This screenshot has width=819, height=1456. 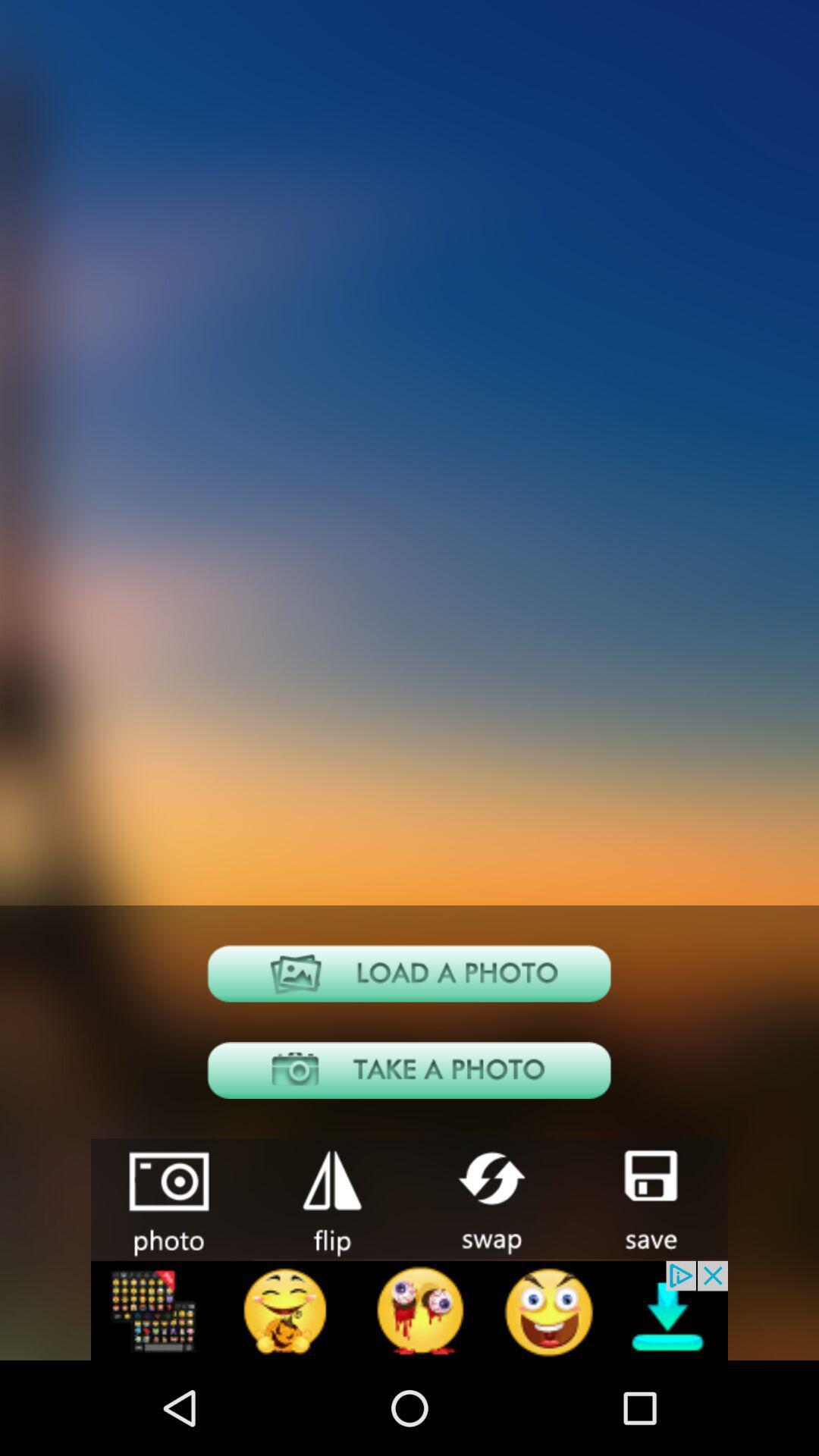 I want to click on flip image, so click(x=329, y=1197).